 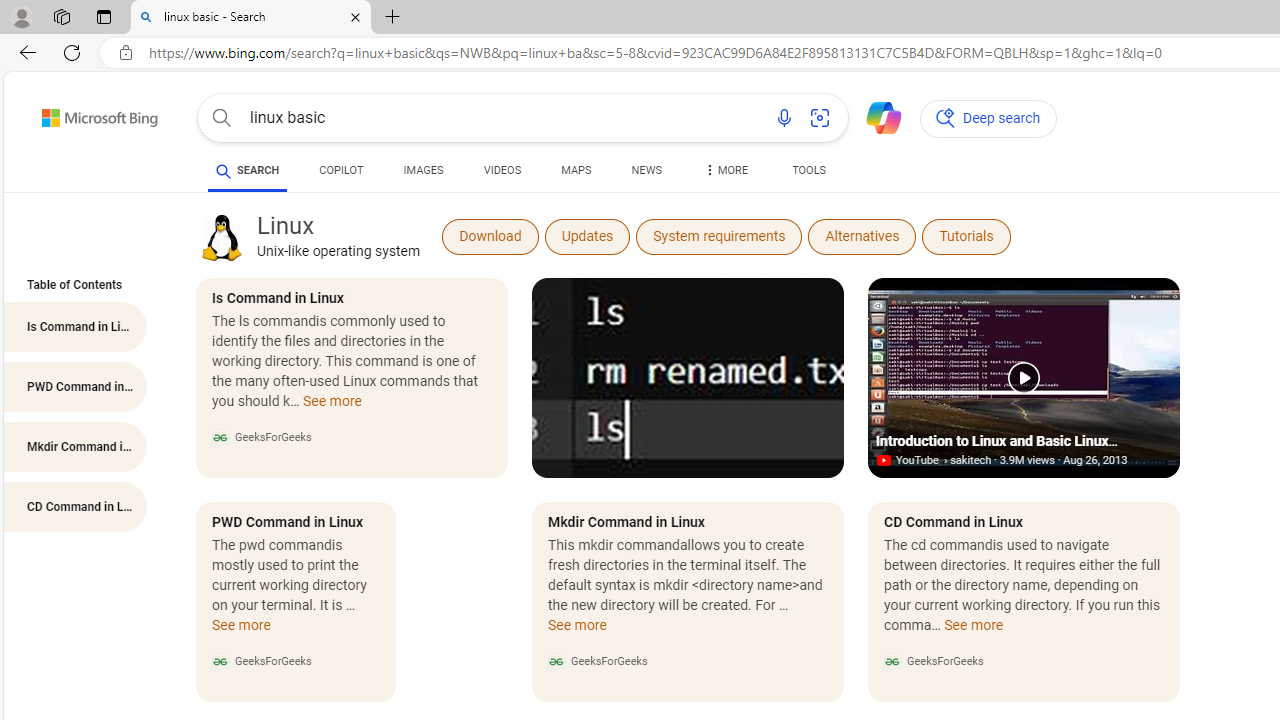 I want to click on 'NEWS', so click(x=646, y=172).